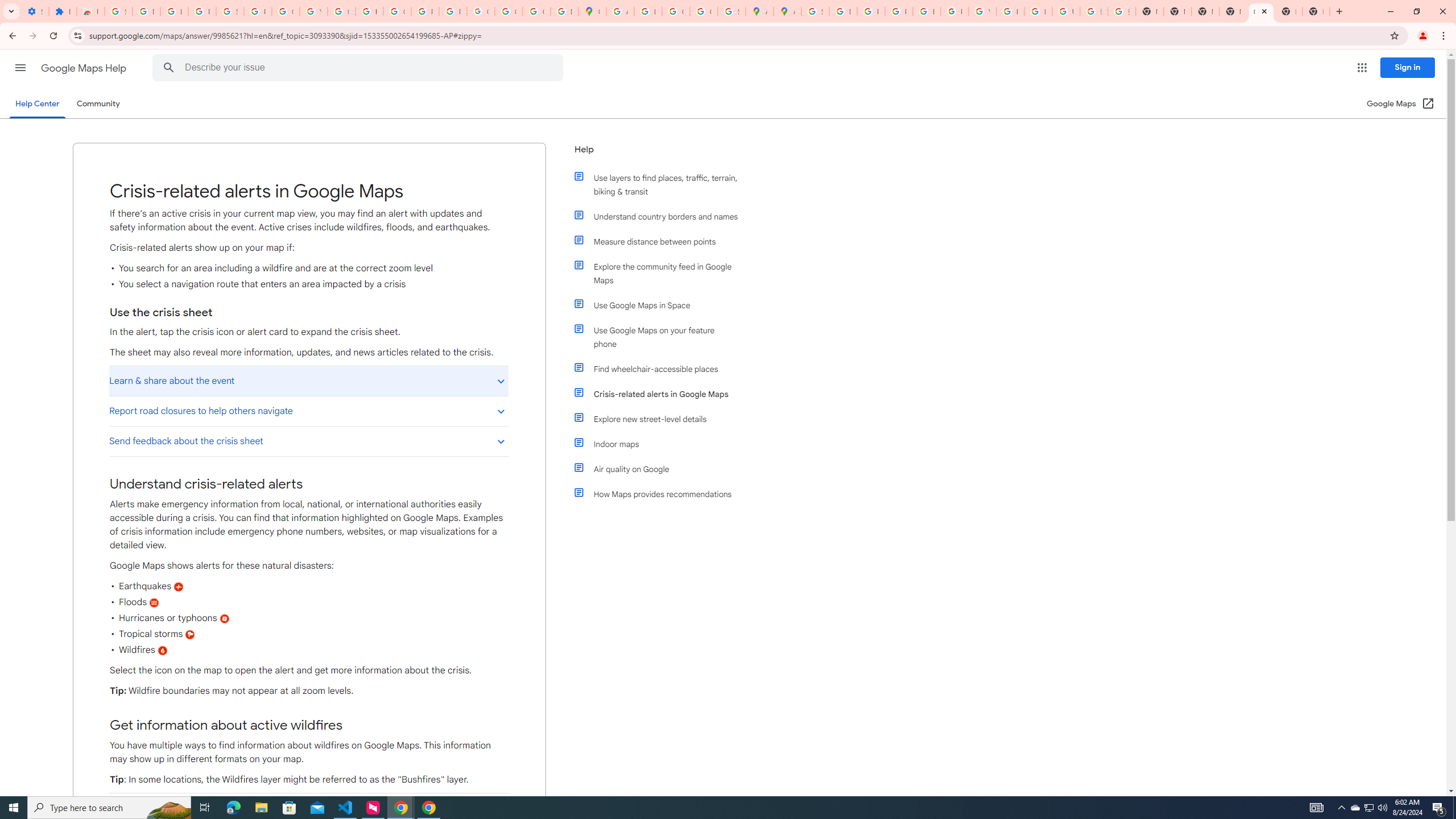  What do you see at coordinates (661, 336) in the screenshot?
I see `'Use Google Maps on your feature phone'` at bounding box center [661, 336].